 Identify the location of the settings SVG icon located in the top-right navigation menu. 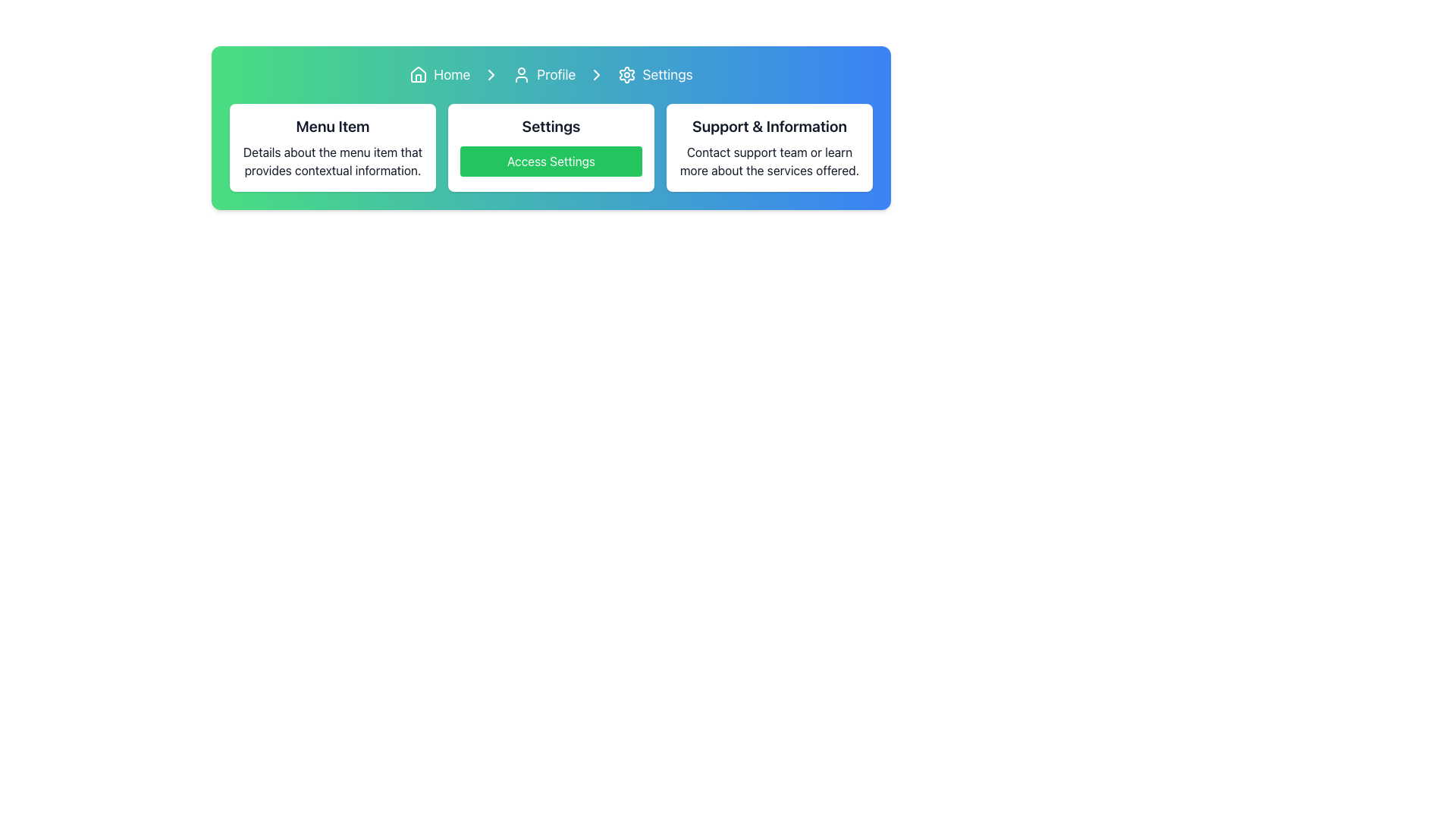
(627, 75).